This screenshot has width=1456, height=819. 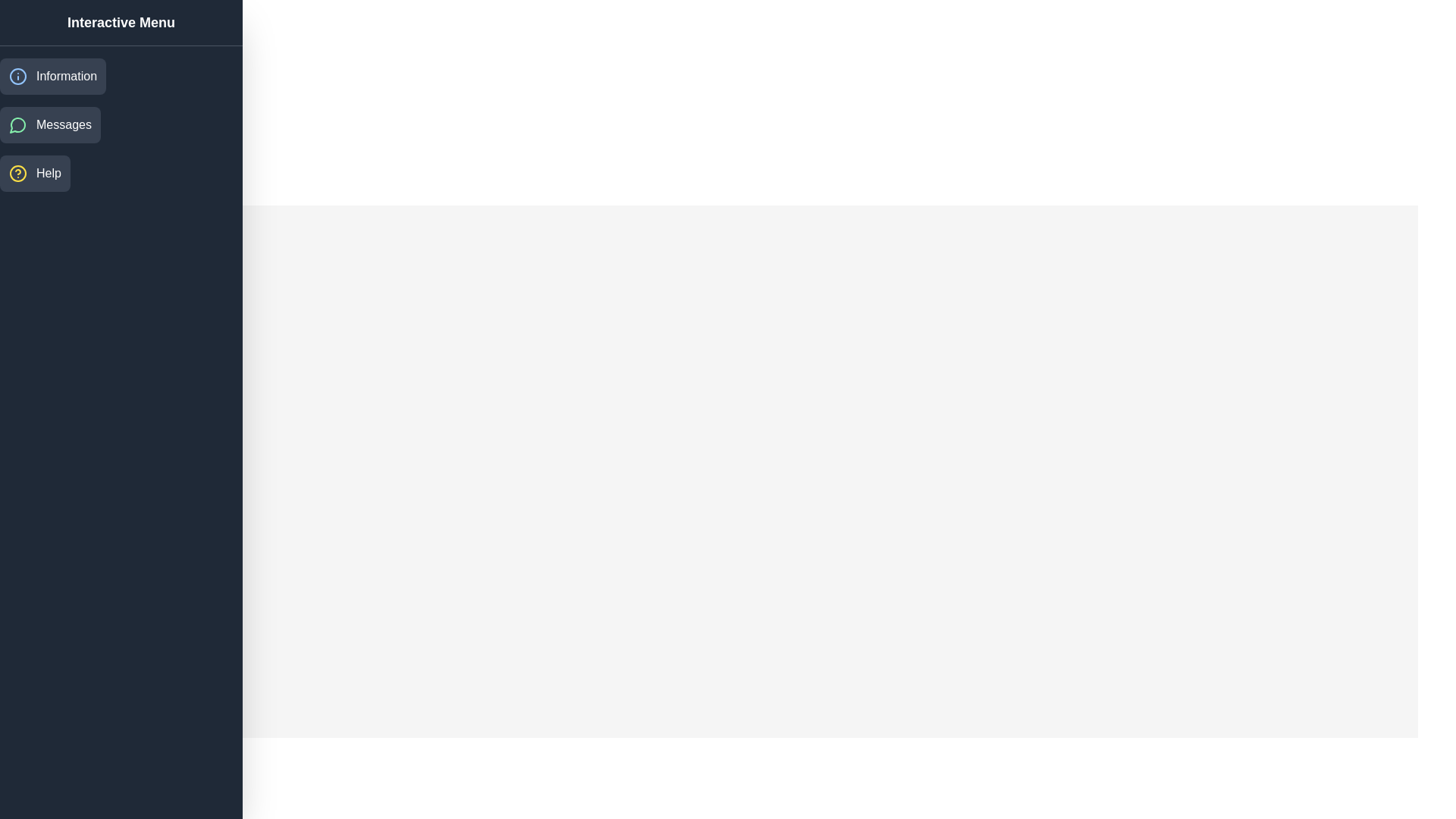 What do you see at coordinates (18, 76) in the screenshot?
I see `the blue circular icon with an 'i' shape outline located in the left navigation menu under the 'Information' menu item, positioned at the start of the text 'Information'` at bounding box center [18, 76].